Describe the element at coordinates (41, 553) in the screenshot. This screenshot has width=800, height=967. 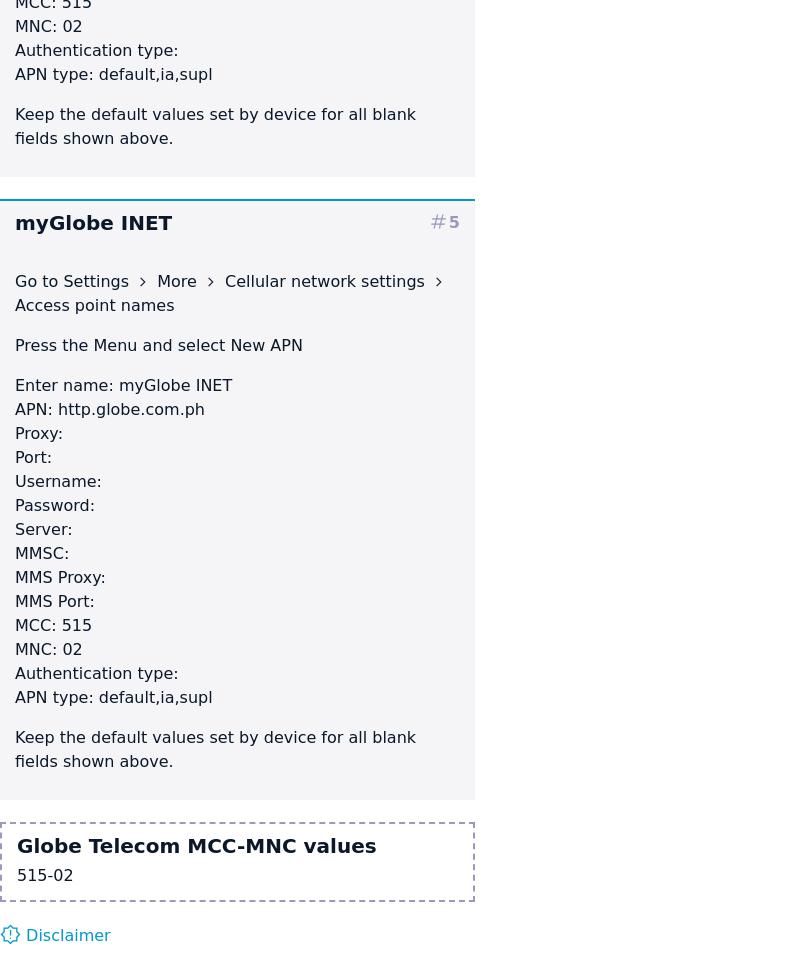
I see `'MMSC:'` at that location.